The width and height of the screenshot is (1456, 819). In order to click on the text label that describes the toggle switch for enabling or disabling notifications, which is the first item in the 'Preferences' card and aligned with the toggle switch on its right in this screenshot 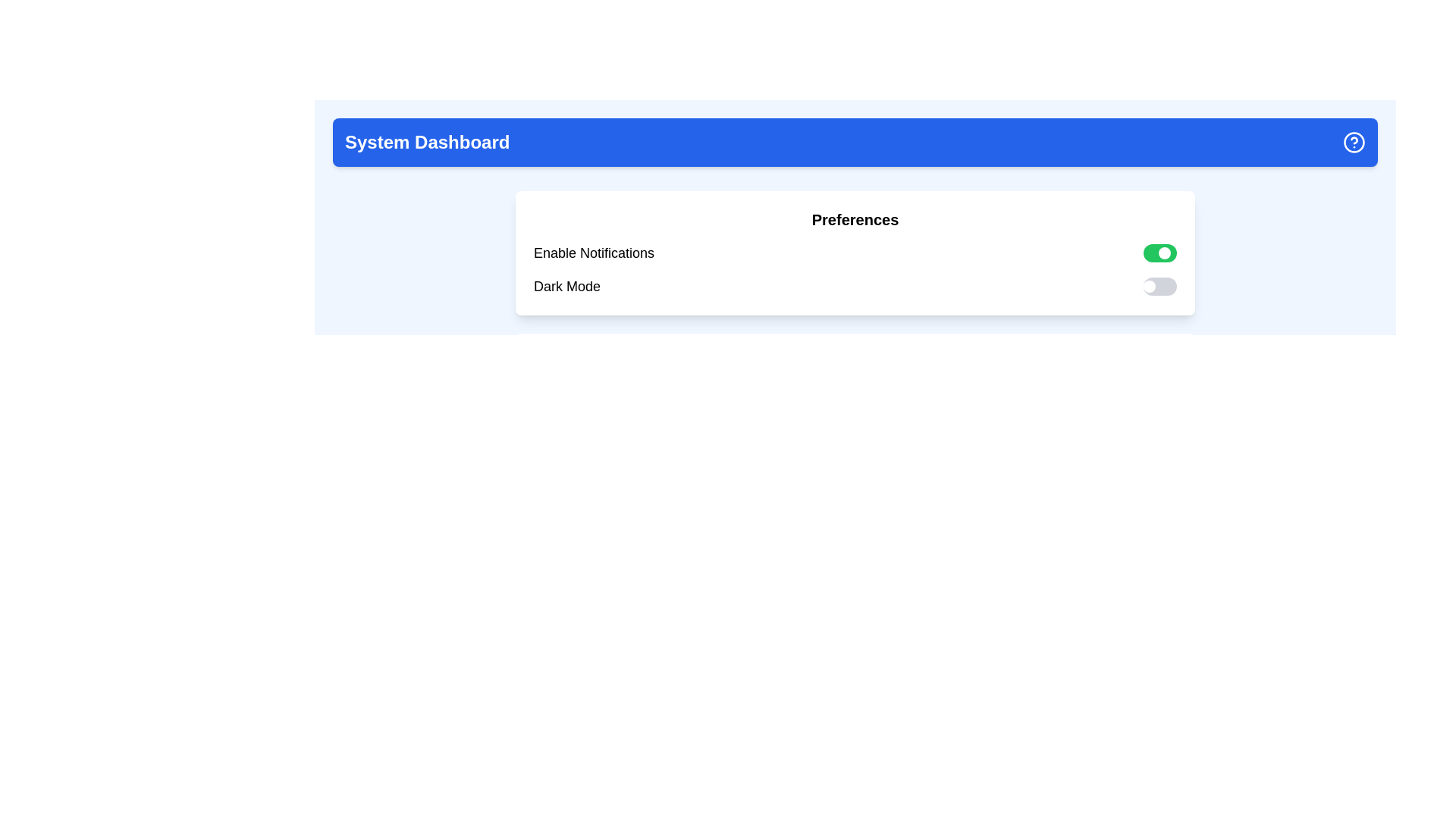, I will do `click(593, 253)`.